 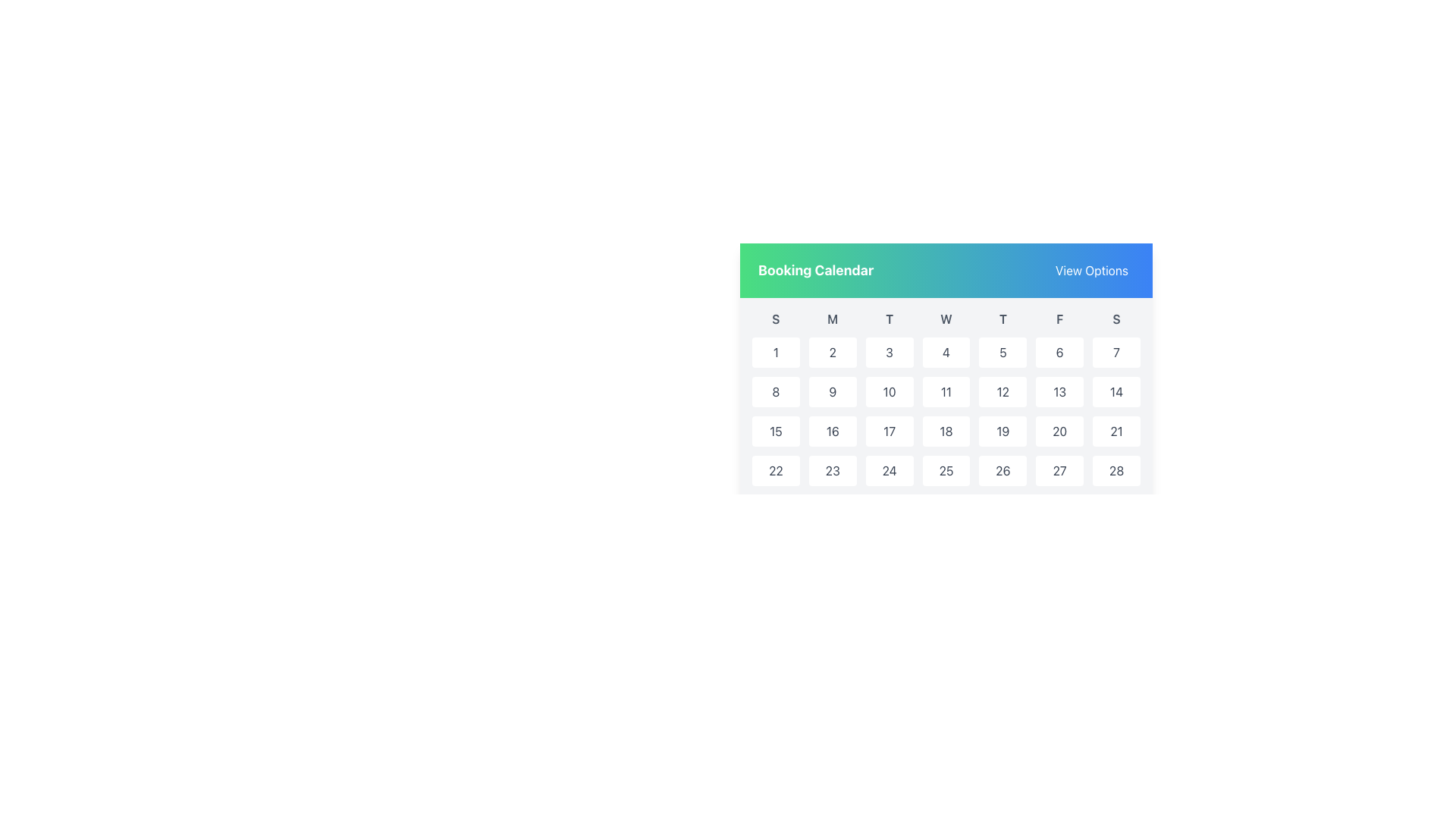 What do you see at coordinates (946, 431) in the screenshot?
I see `the date element representing the date in the calendar grid, located in the middle of the row for the third week under the 'W' column header` at bounding box center [946, 431].